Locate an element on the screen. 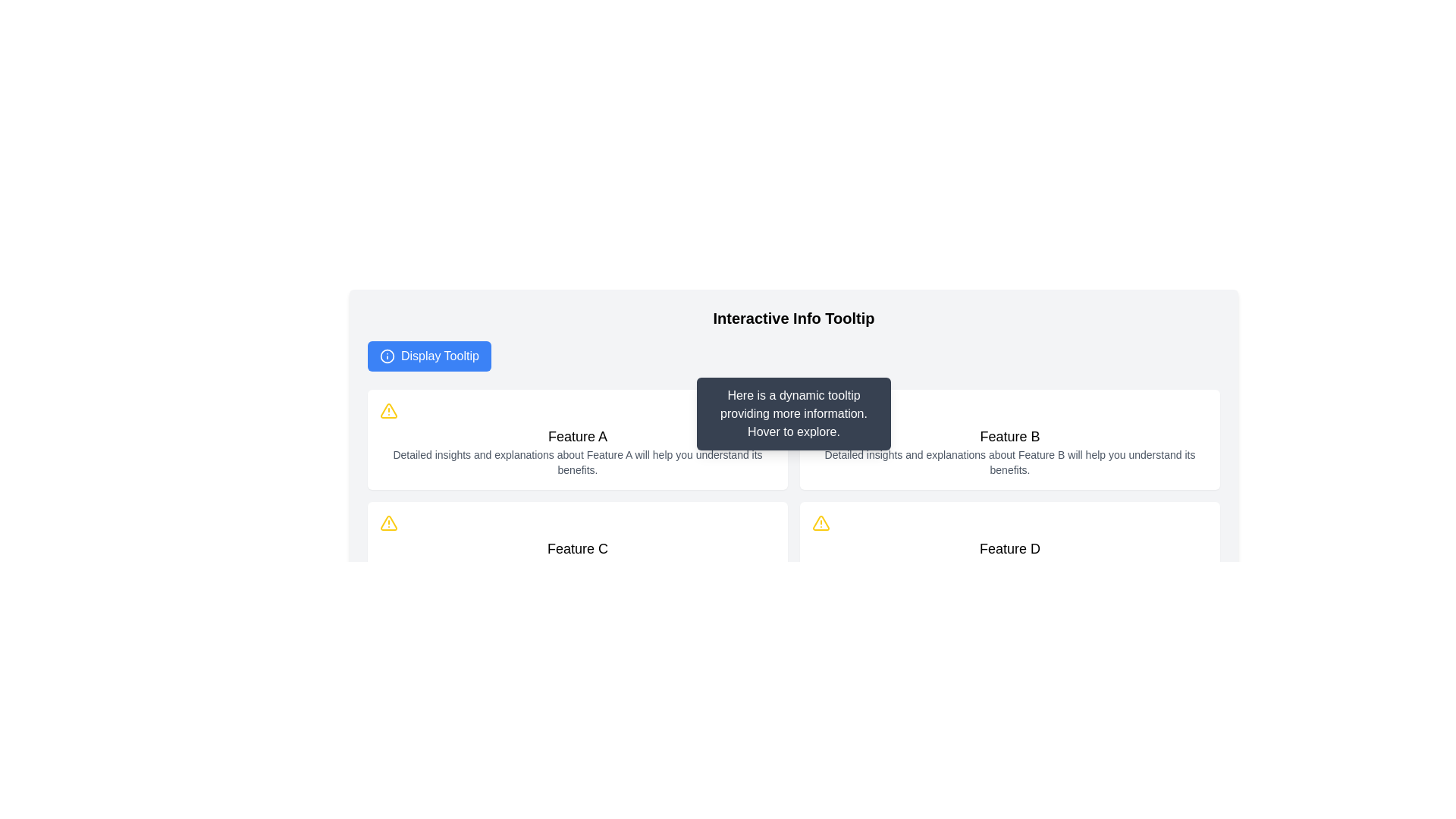 This screenshot has height=819, width=1456. the button located at the top-left corner of the content section is located at coordinates (428, 356).